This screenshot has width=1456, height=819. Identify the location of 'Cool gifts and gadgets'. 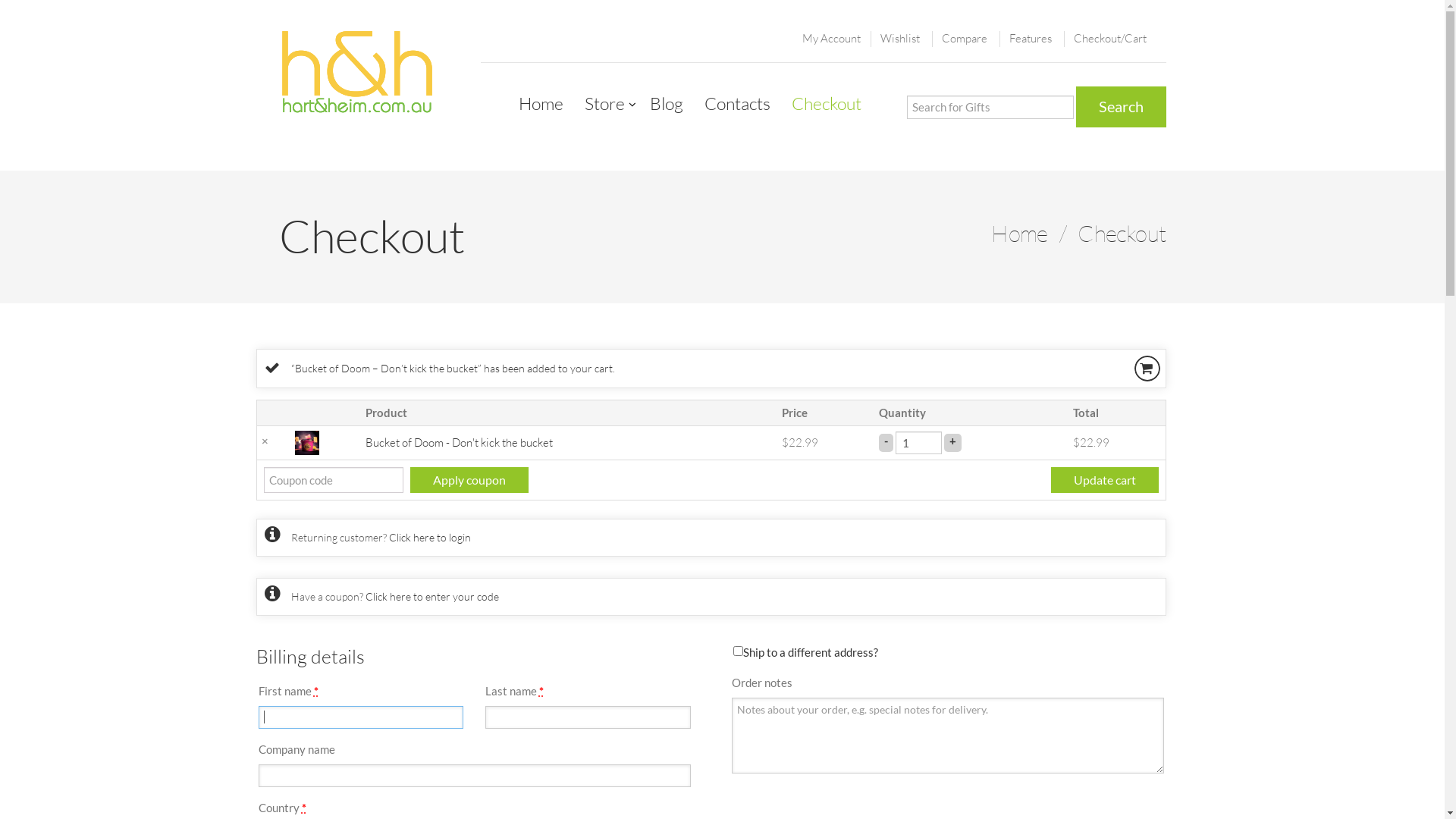
(356, 73).